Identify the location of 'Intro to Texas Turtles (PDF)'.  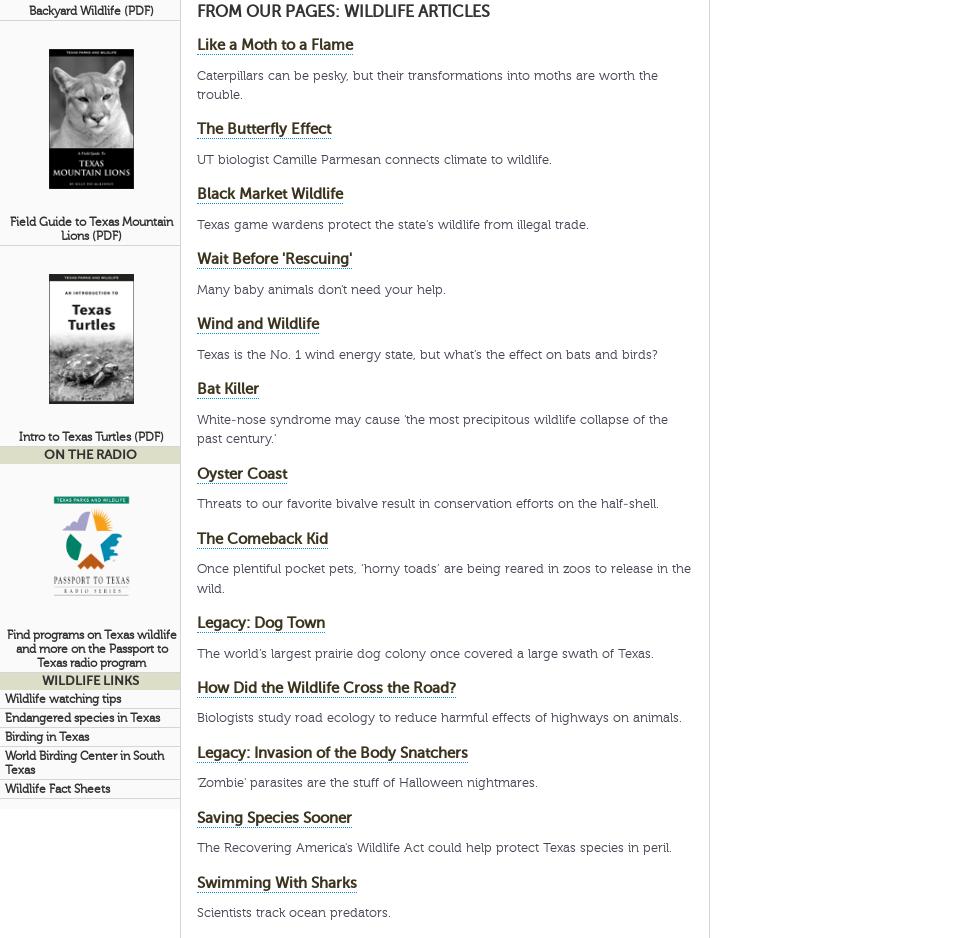
(91, 435).